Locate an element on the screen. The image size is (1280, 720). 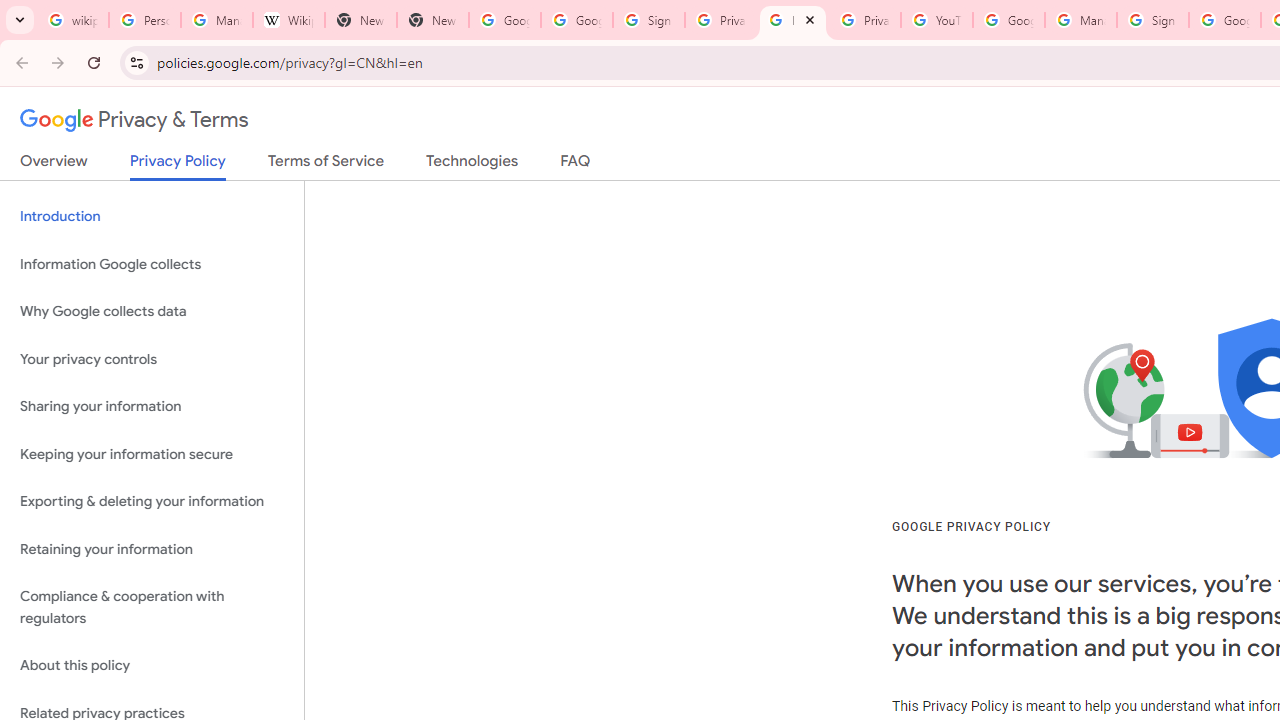
'FAQ' is located at coordinates (575, 164).